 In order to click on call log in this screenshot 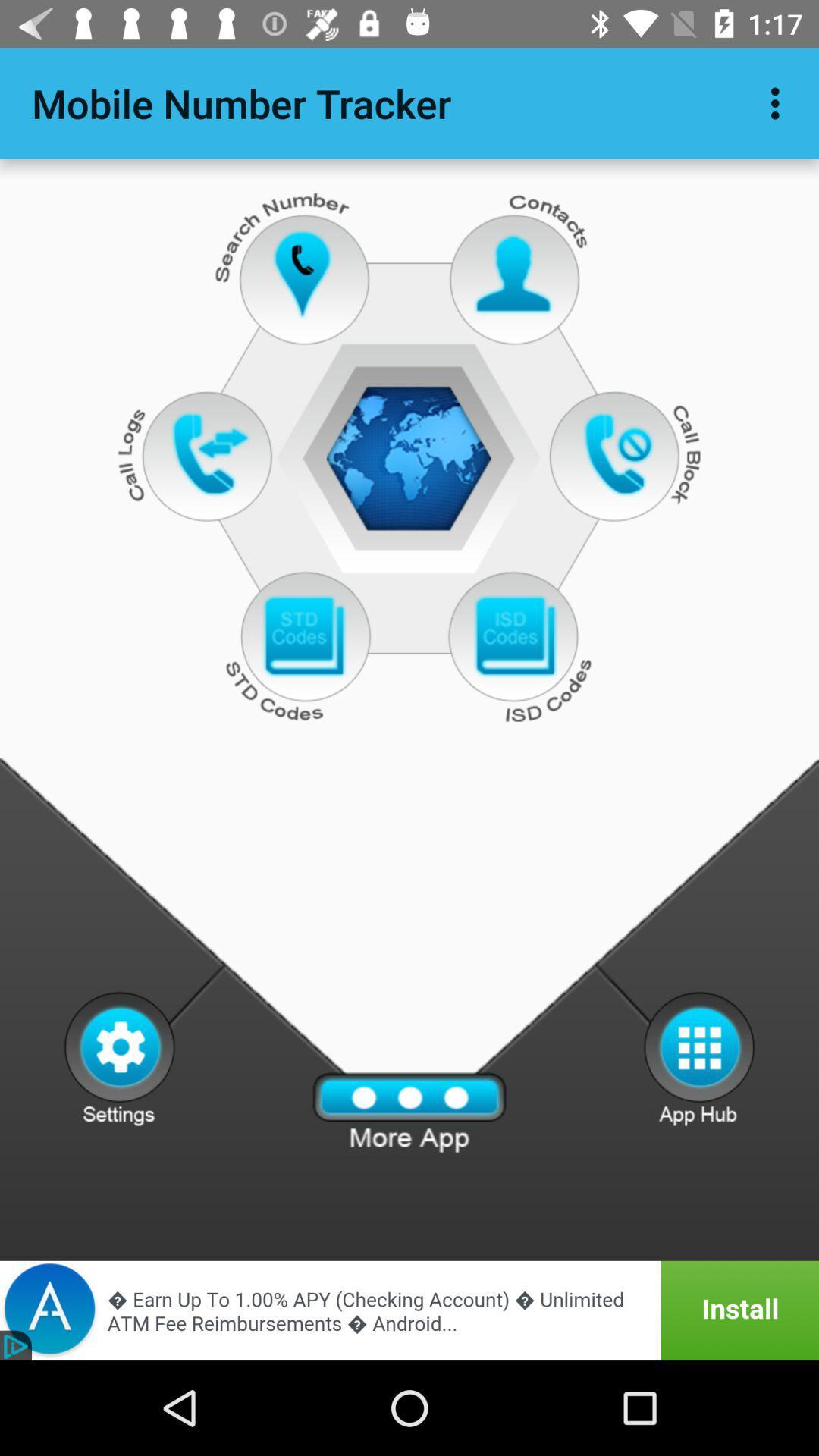, I will do `click(210, 453)`.